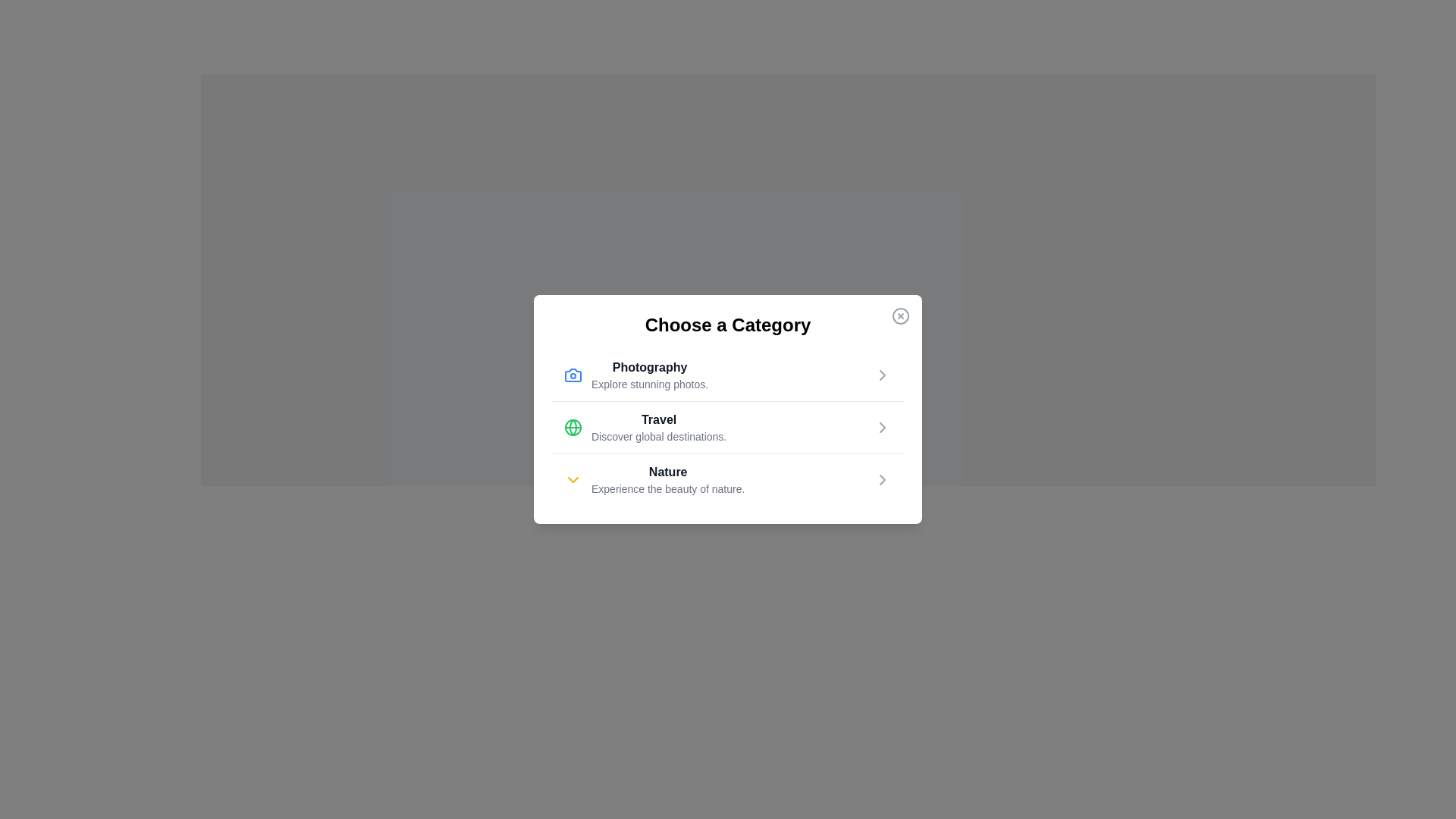  I want to click on header text displaying 'Choose a Category', which is prominently styled in bold and large font above the selectable options in the modal, so click(728, 324).